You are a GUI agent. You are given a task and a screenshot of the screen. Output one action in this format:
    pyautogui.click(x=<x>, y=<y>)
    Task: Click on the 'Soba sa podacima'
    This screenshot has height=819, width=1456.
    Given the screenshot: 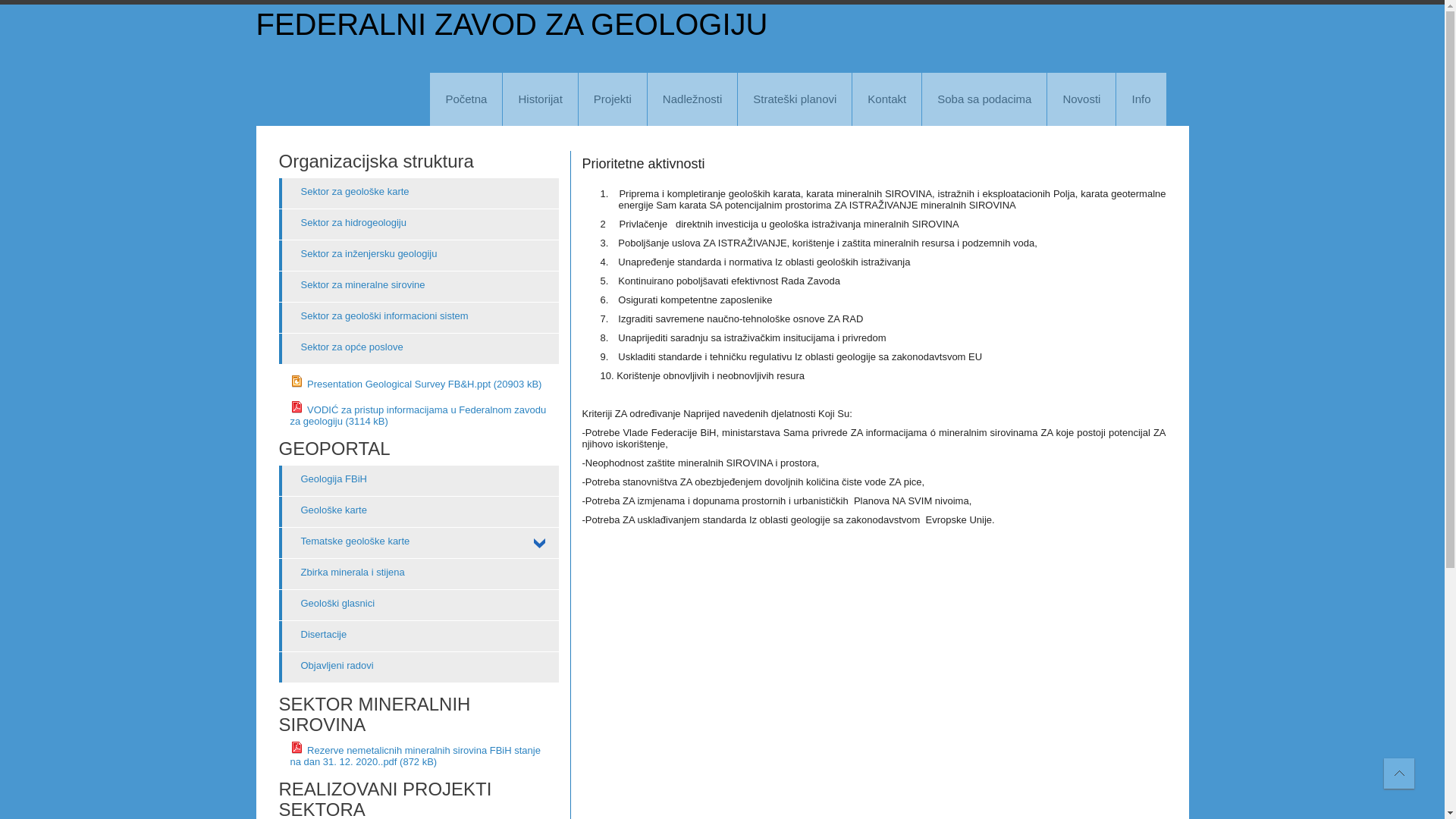 What is the action you would take?
    pyautogui.click(x=984, y=99)
    